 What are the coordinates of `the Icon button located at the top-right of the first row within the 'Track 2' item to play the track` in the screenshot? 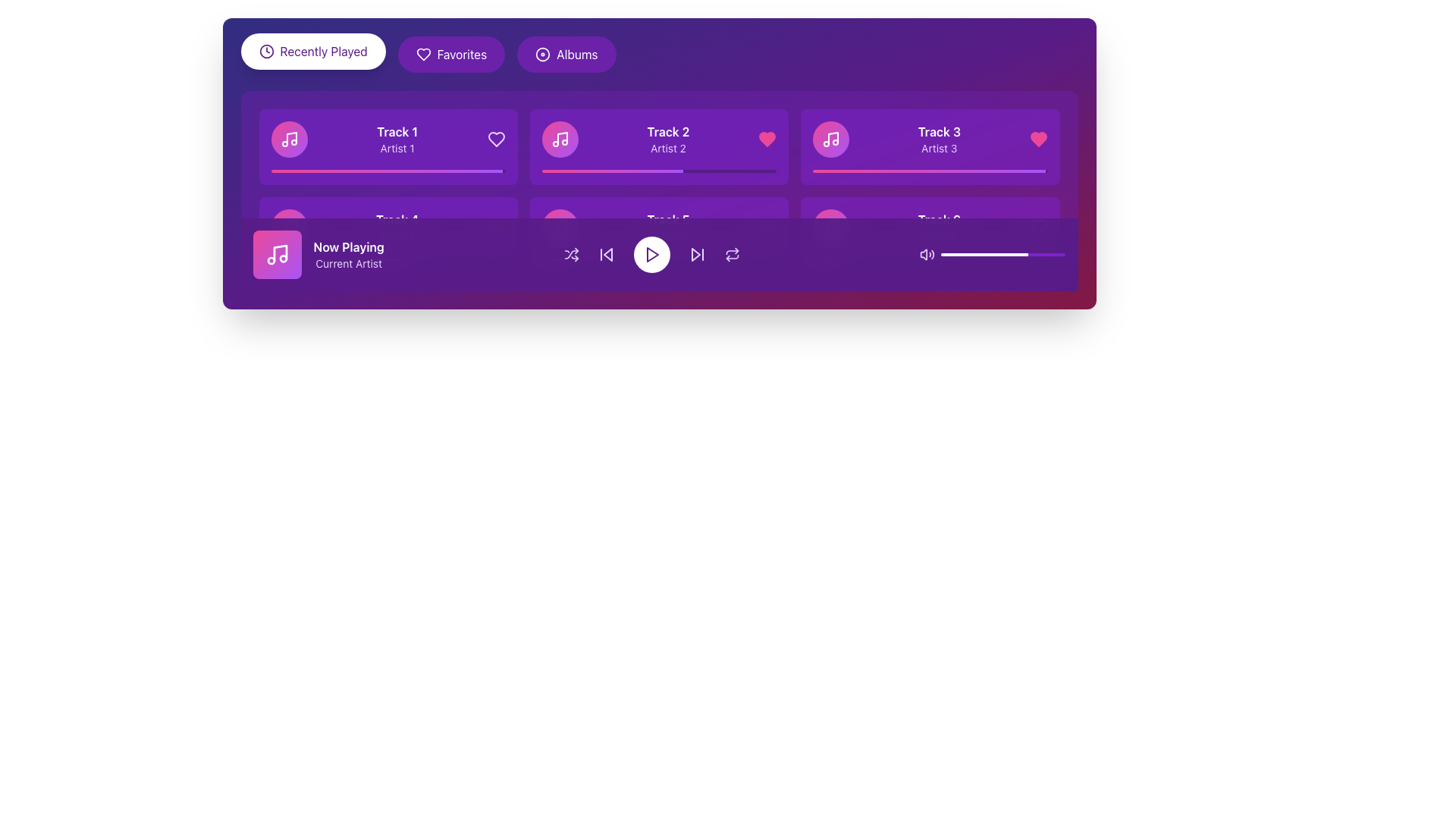 It's located at (559, 140).